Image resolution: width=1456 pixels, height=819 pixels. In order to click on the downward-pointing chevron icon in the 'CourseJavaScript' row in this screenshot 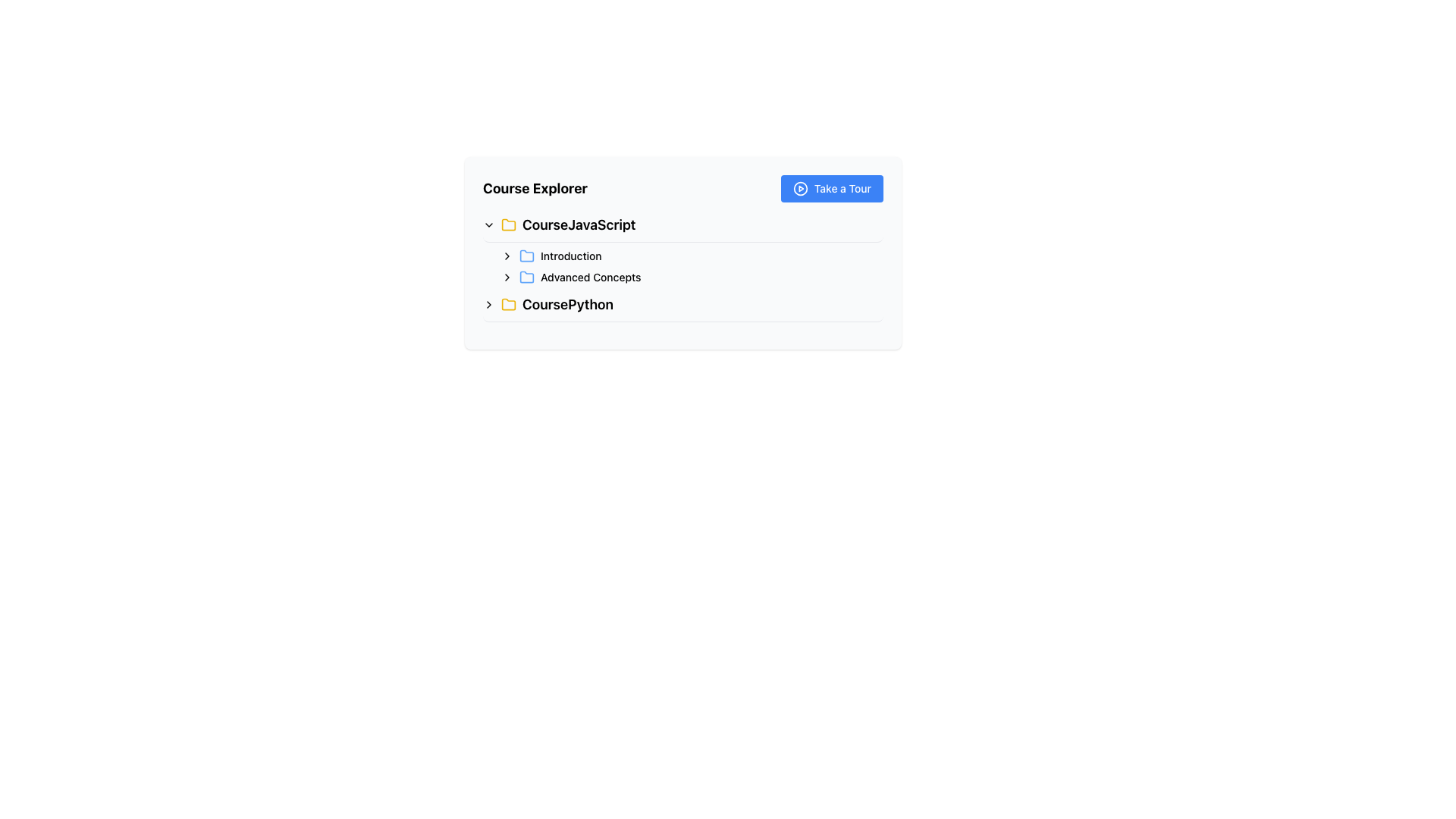, I will do `click(488, 225)`.